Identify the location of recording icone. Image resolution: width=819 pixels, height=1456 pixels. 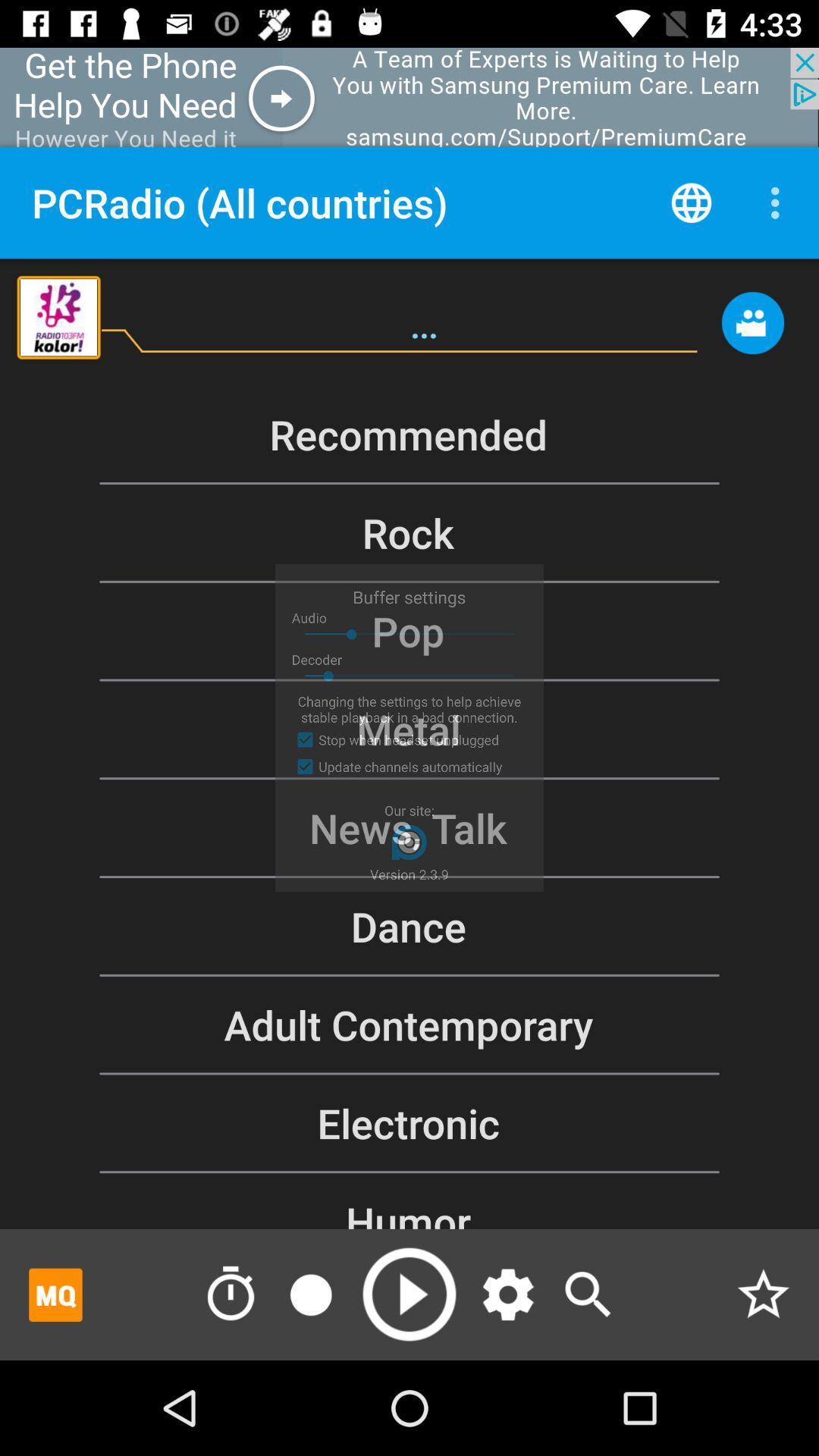
(309, 1294).